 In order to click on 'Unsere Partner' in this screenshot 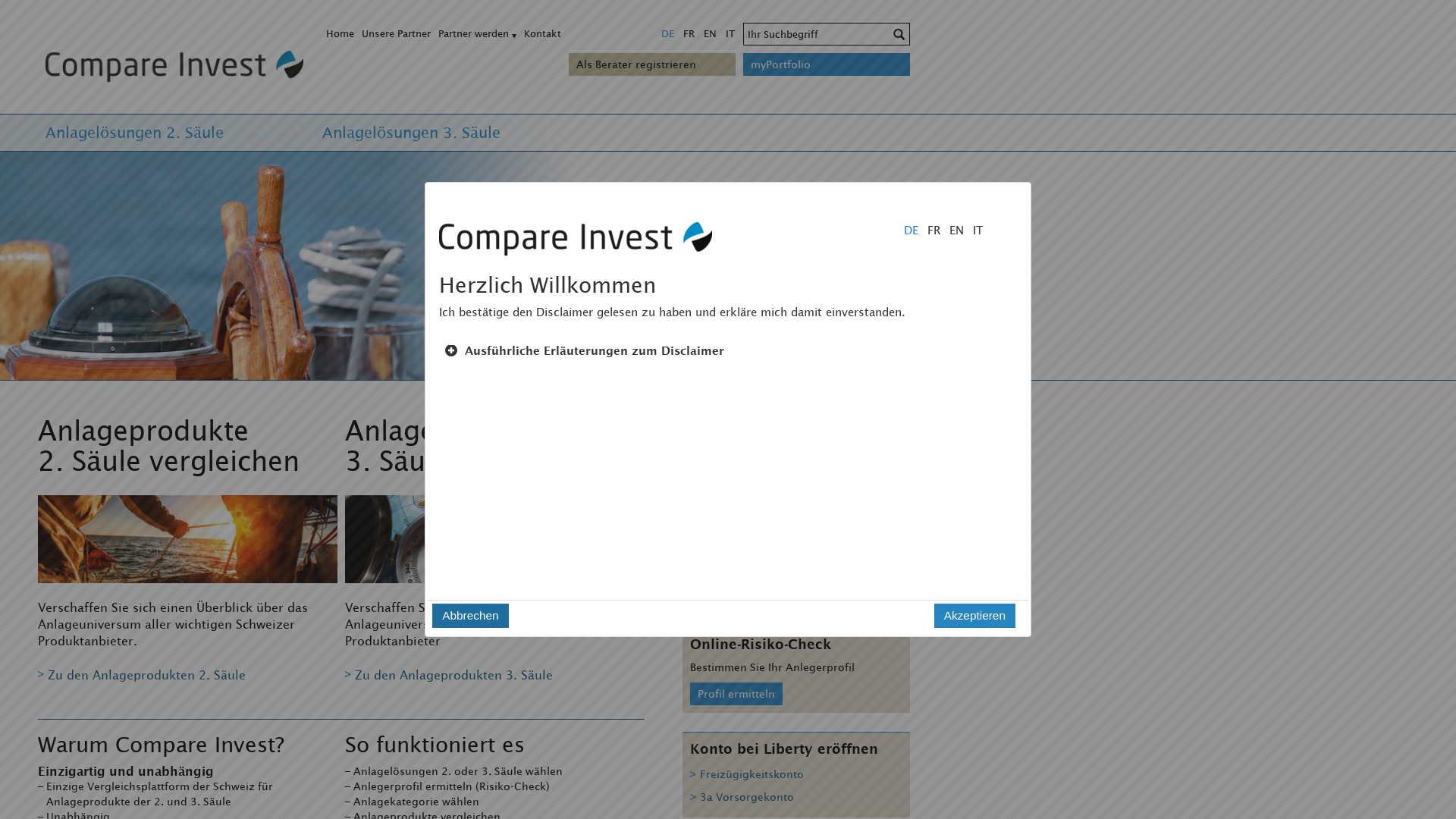, I will do `click(396, 33)`.